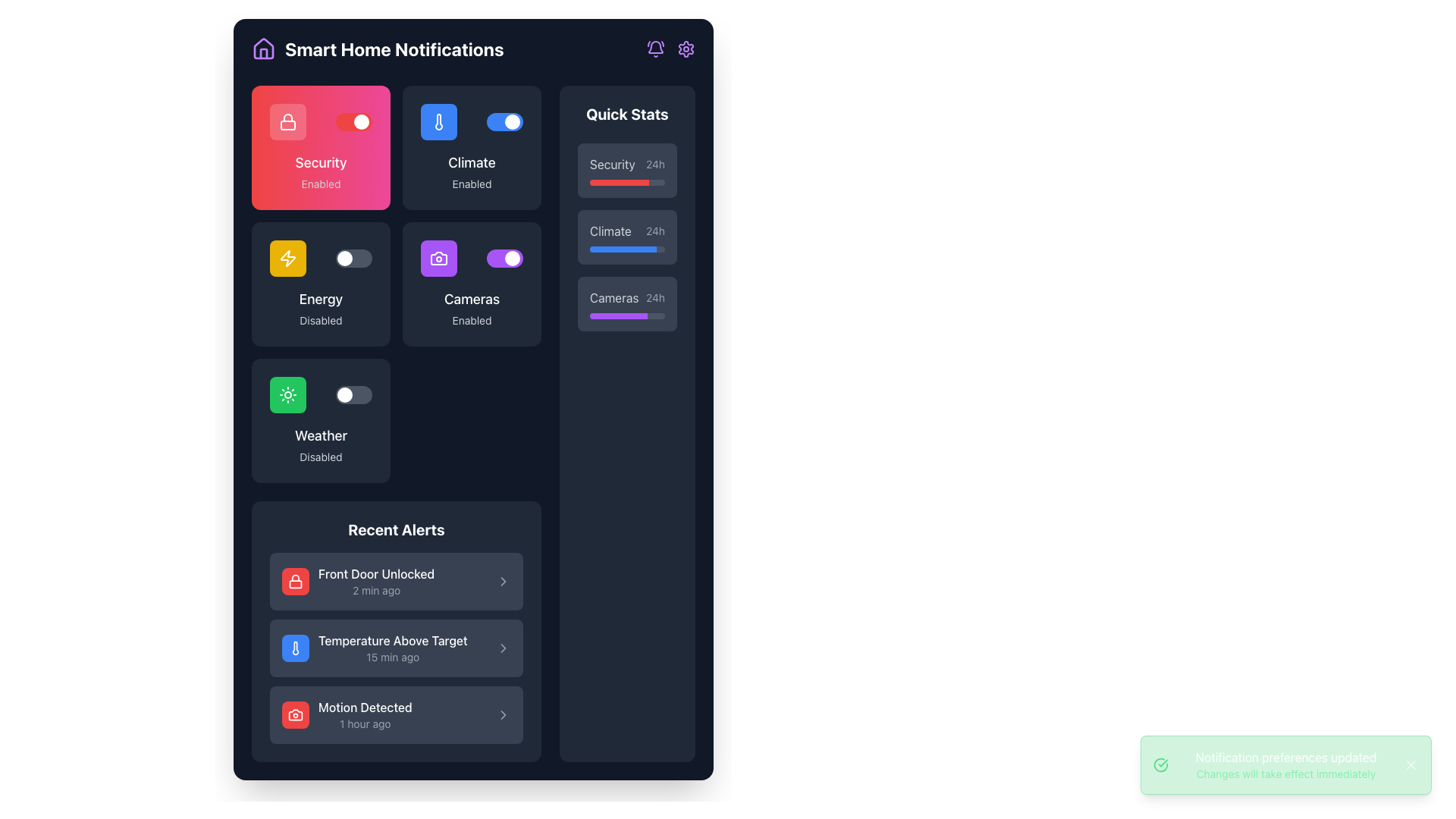  Describe the element at coordinates (397, 648) in the screenshot. I see `the second notification item in the 'Recent Alerts' section, which indicates a 'Temperature Above Target' alert` at that location.